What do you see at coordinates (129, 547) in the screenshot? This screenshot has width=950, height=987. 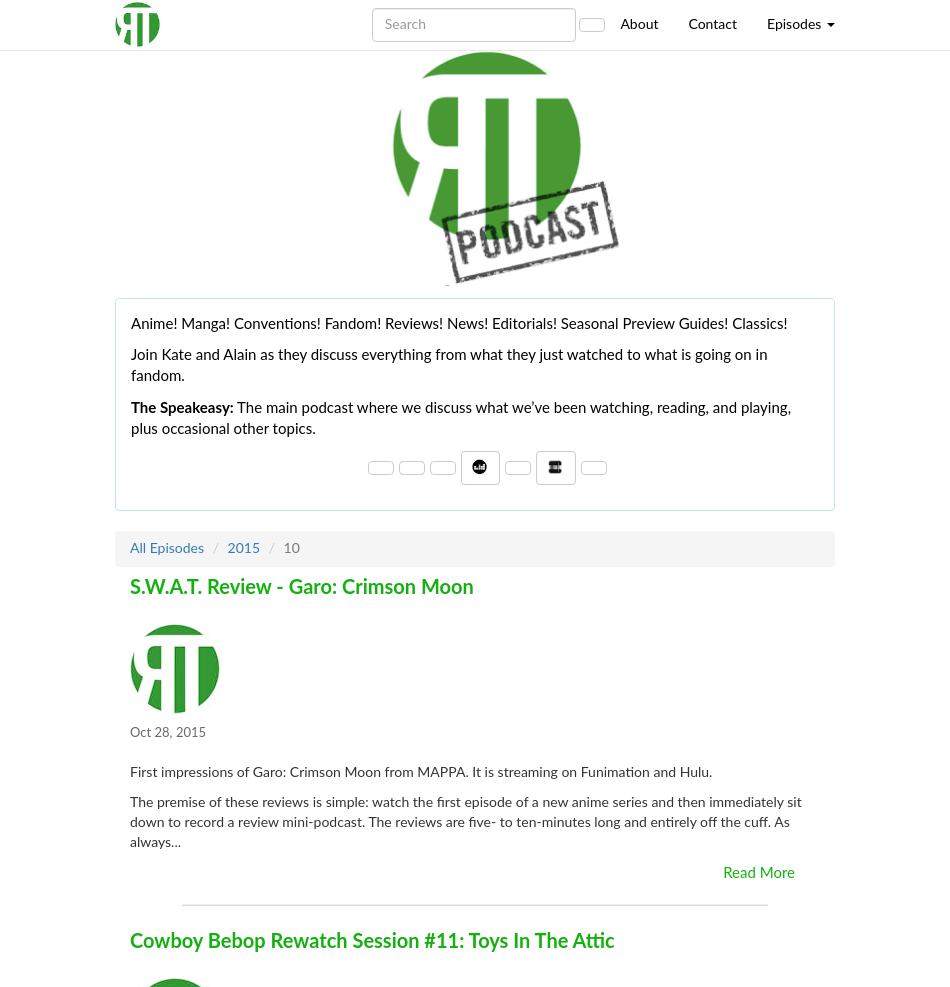 I see `'All Episodes'` at bounding box center [129, 547].